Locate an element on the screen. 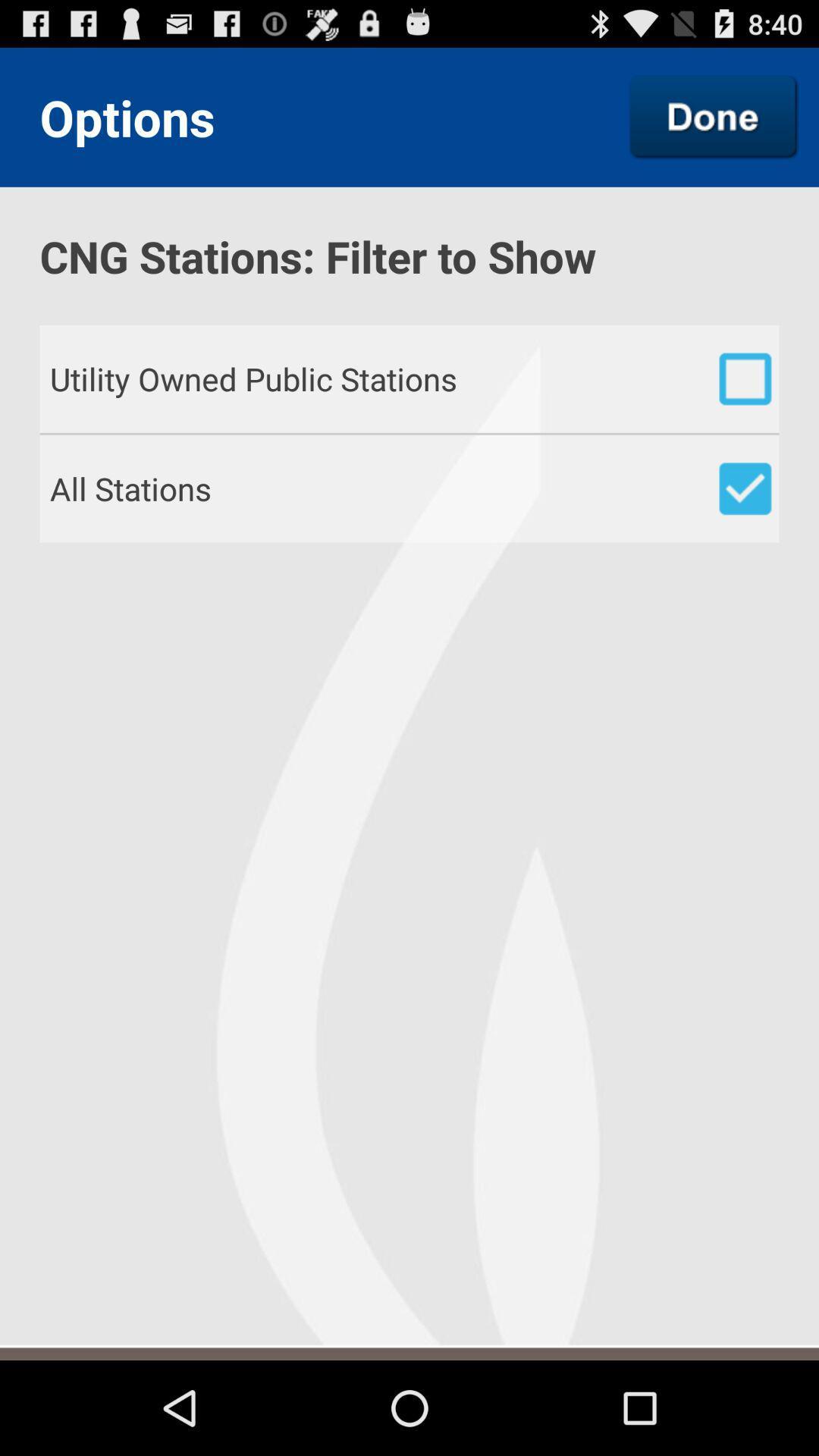 This screenshot has height=1456, width=819. go back is located at coordinates (714, 116).